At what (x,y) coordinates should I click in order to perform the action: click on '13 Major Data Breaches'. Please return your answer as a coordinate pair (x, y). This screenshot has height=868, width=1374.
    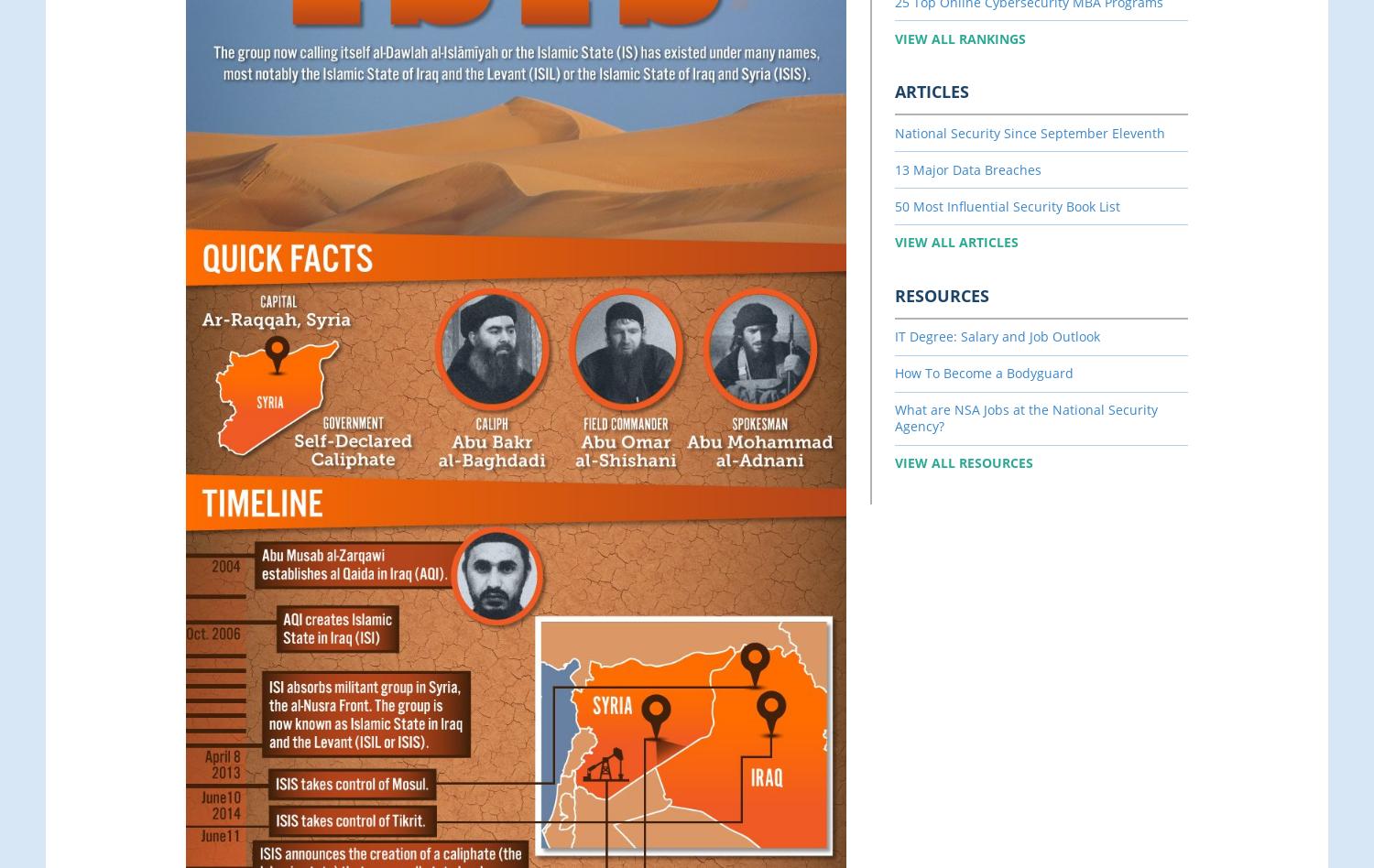
    Looking at the image, I should click on (968, 168).